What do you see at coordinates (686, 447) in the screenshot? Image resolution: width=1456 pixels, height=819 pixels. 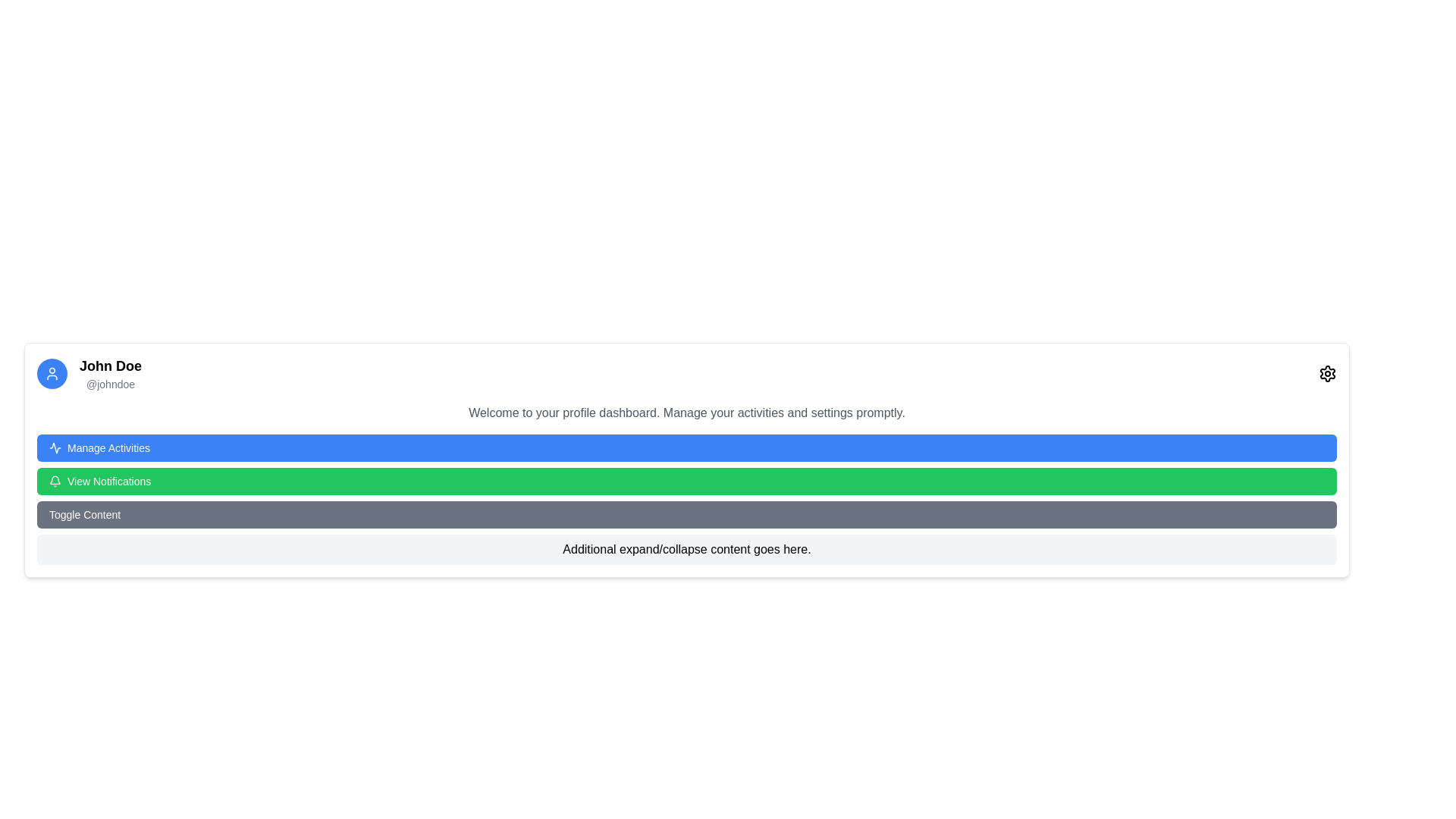 I see `the first button in the vertical stack of interactive buttons` at bounding box center [686, 447].